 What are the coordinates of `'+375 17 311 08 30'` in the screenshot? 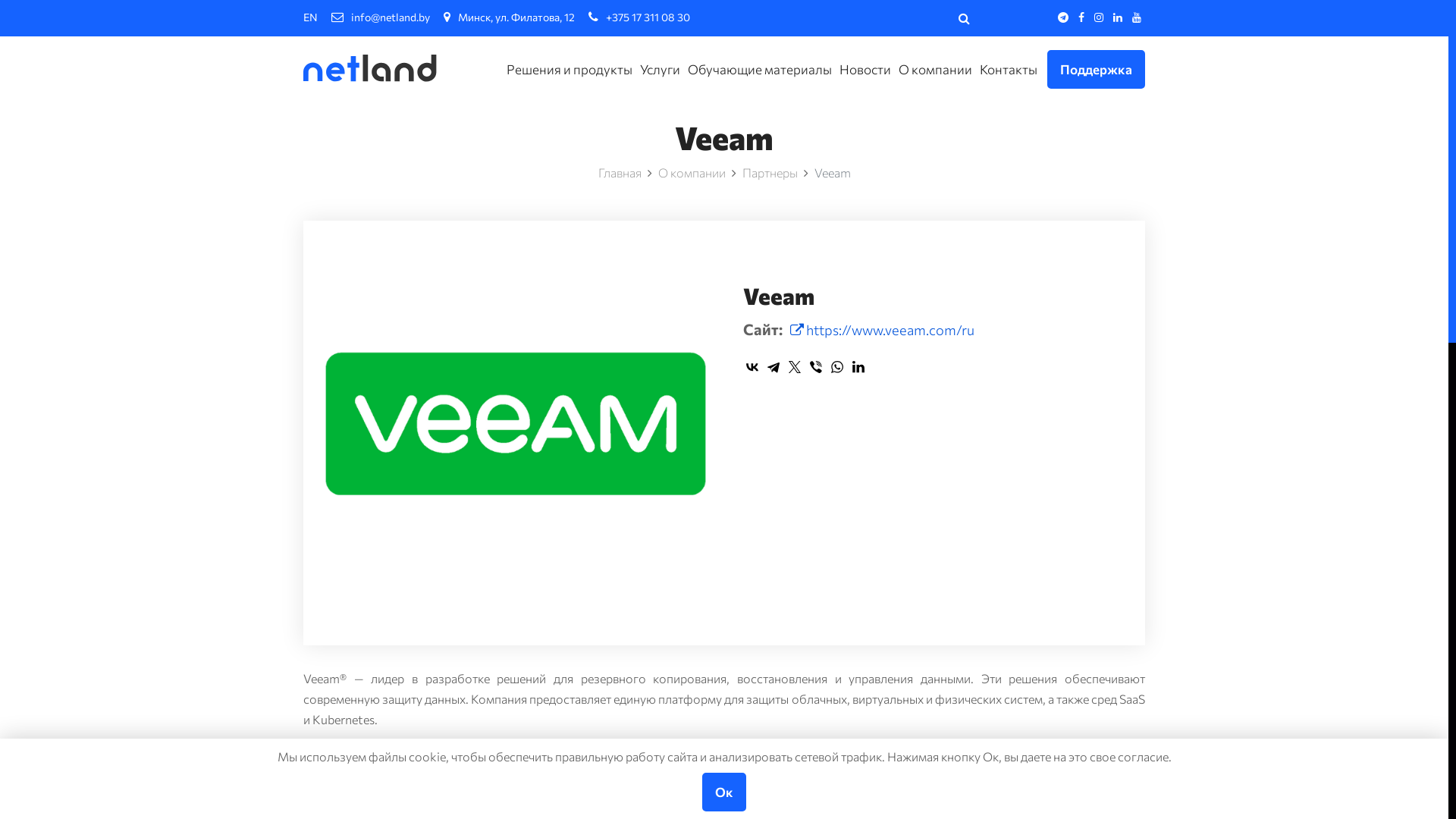 It's located at (588, 17).